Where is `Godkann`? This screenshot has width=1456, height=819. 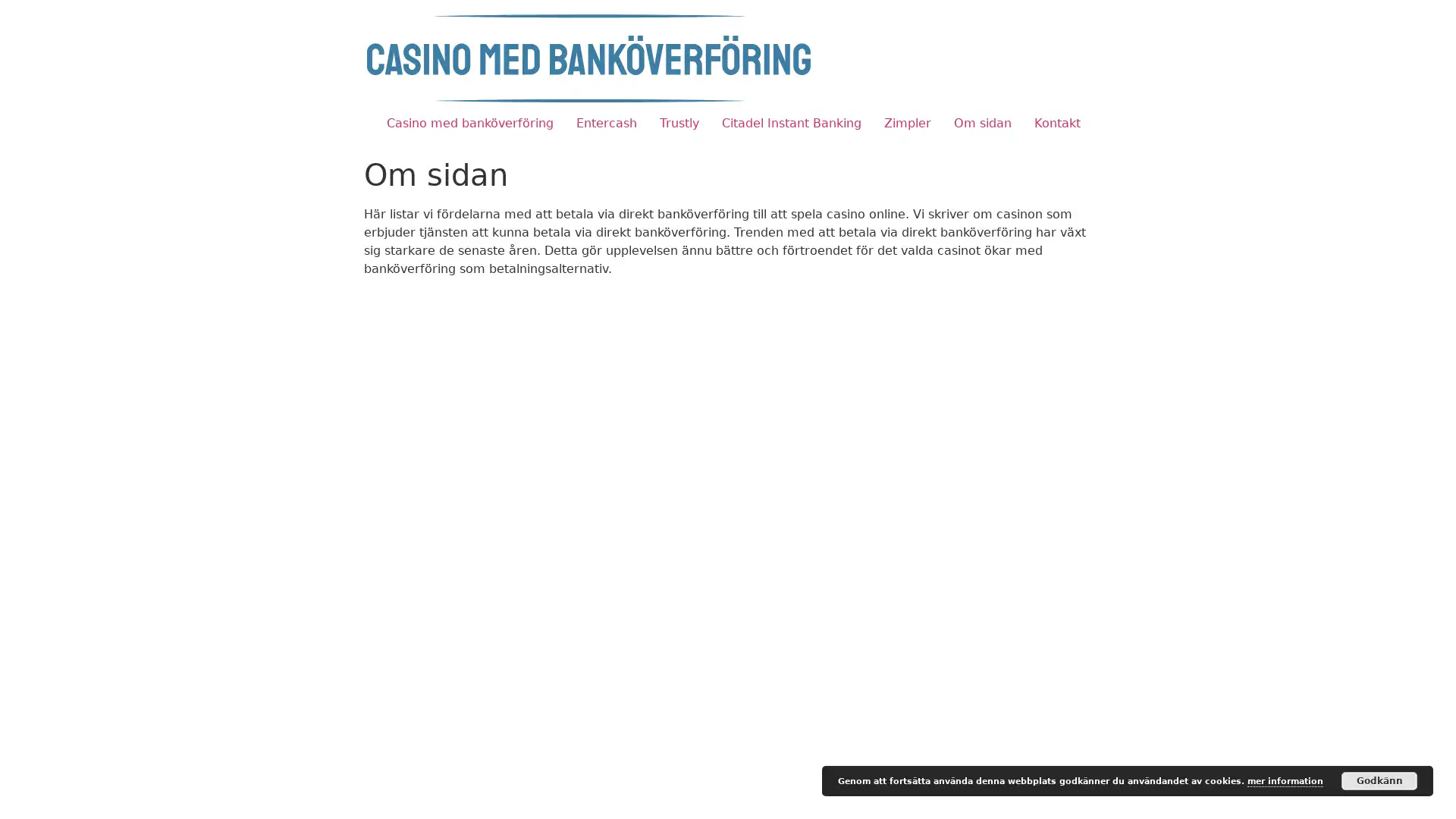
Godkann is located at coordinates (1379, 780).